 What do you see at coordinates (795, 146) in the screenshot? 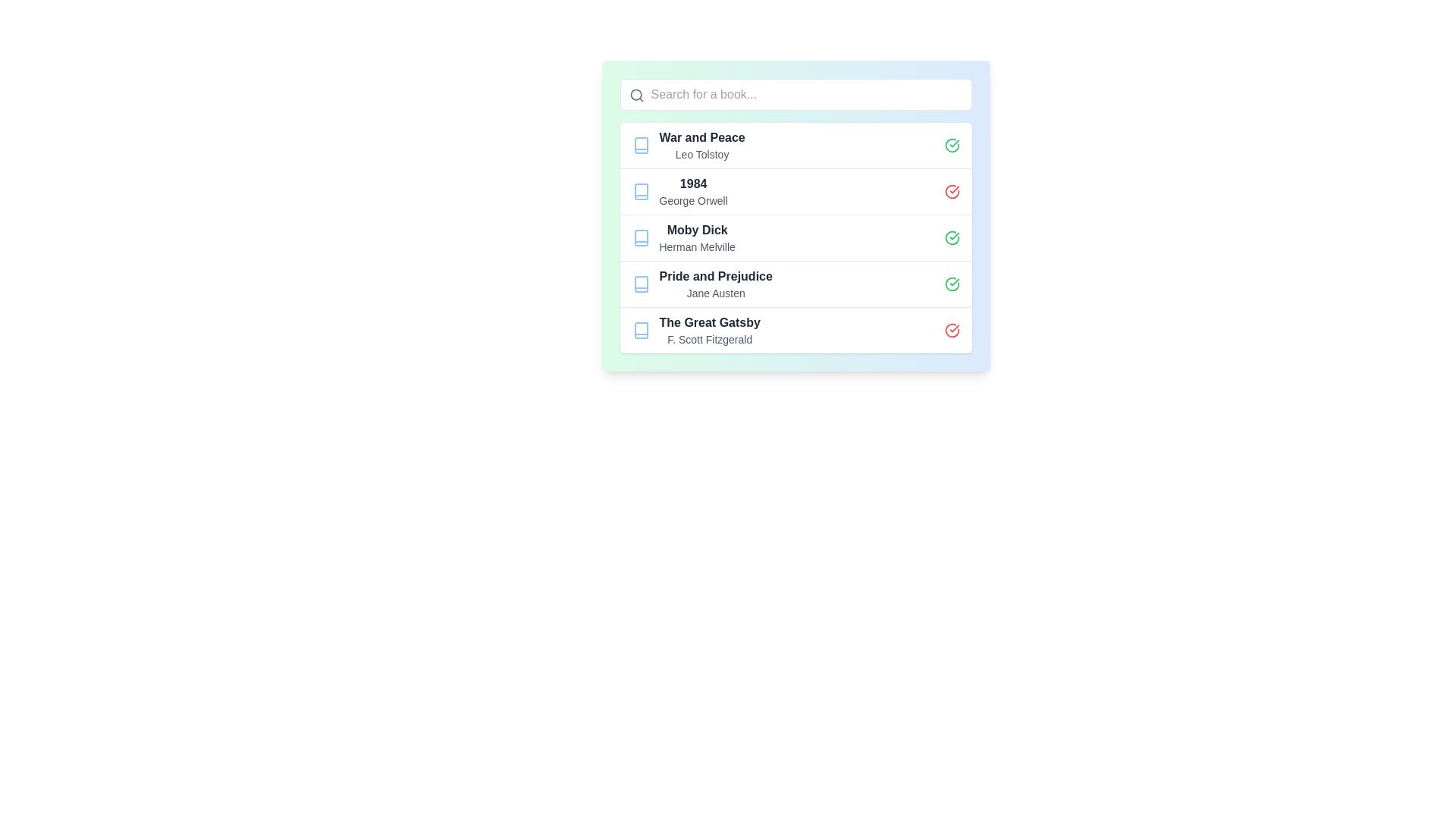
I see `the first list item entry labeled 'War and Peace' with the book icon and checkmark icon from its current position` at bounding box center [795, 146].